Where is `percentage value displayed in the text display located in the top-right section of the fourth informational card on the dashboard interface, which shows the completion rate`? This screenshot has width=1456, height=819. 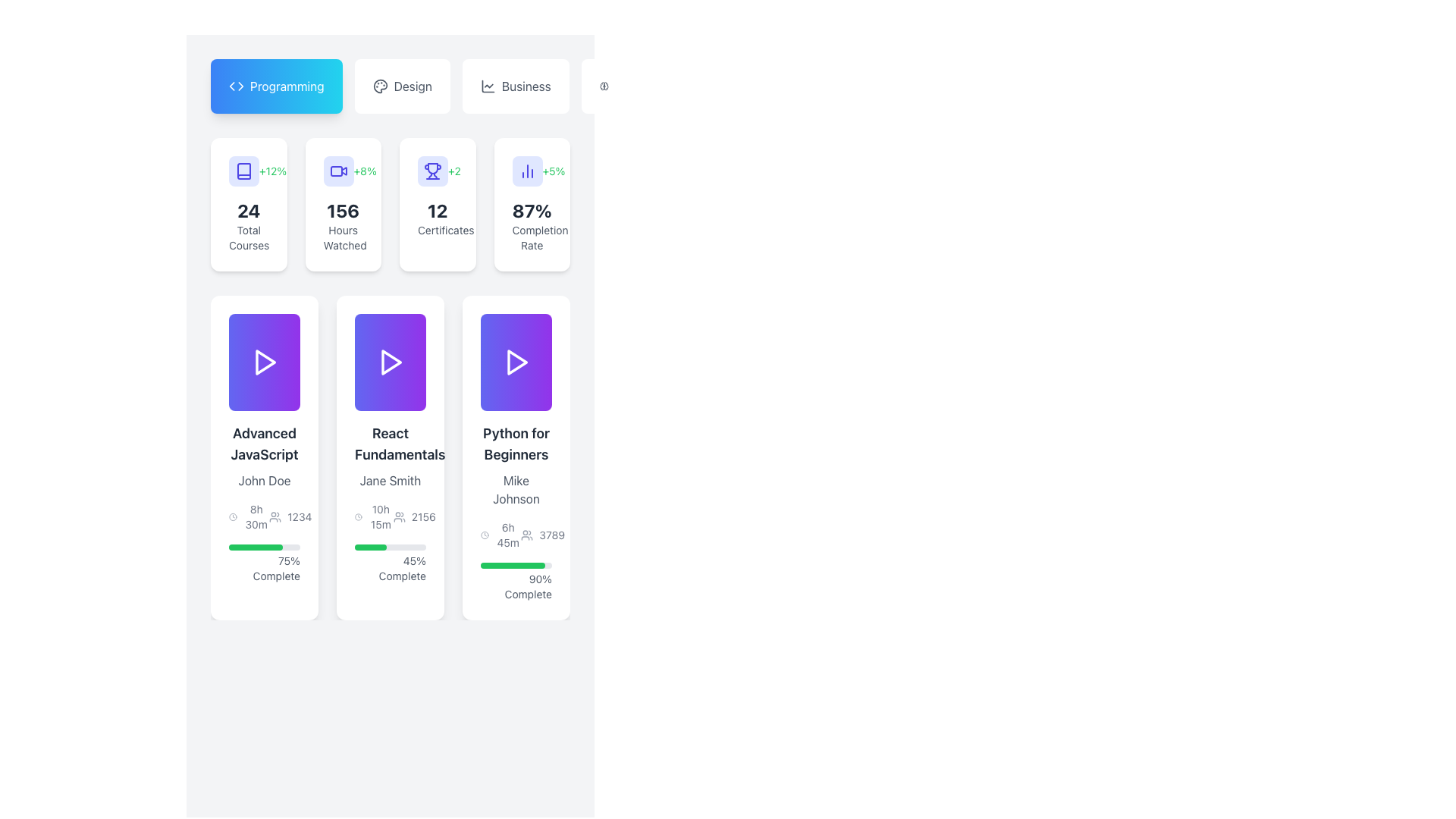 percentage value displayed in the text display located in the top-right section of the fourth informational card on the dashboard interface, which shows the completion rate is located at coordinates (532, 210).